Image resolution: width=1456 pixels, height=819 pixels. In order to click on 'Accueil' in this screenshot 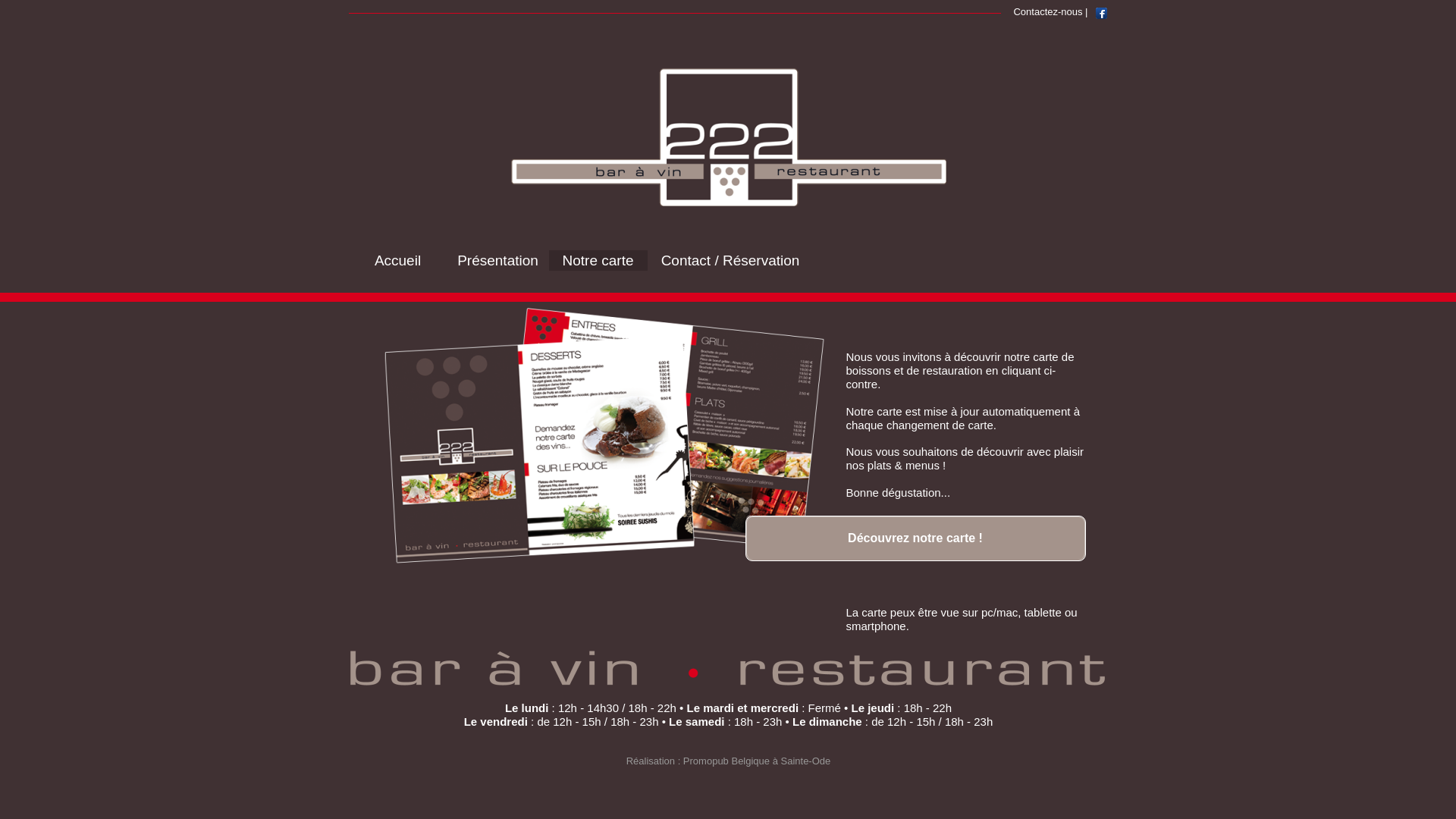, I will do `click(397, 259)`.